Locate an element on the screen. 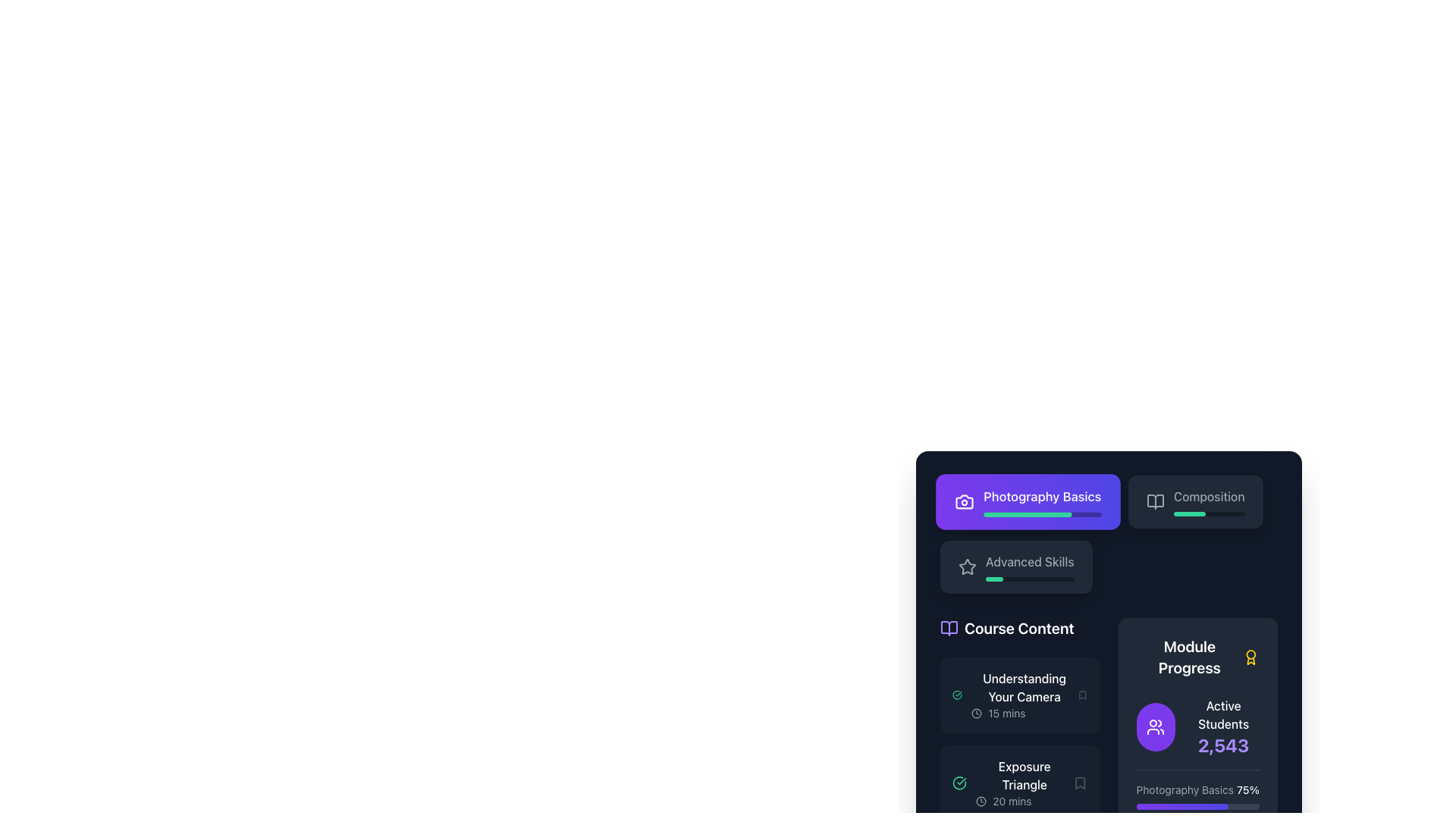 This screenshot has height=819, width=1456. the circular part of the medal icon with a yellow border located in the 'Module Progress' section of the interface is located at coordinates (1251, 654).